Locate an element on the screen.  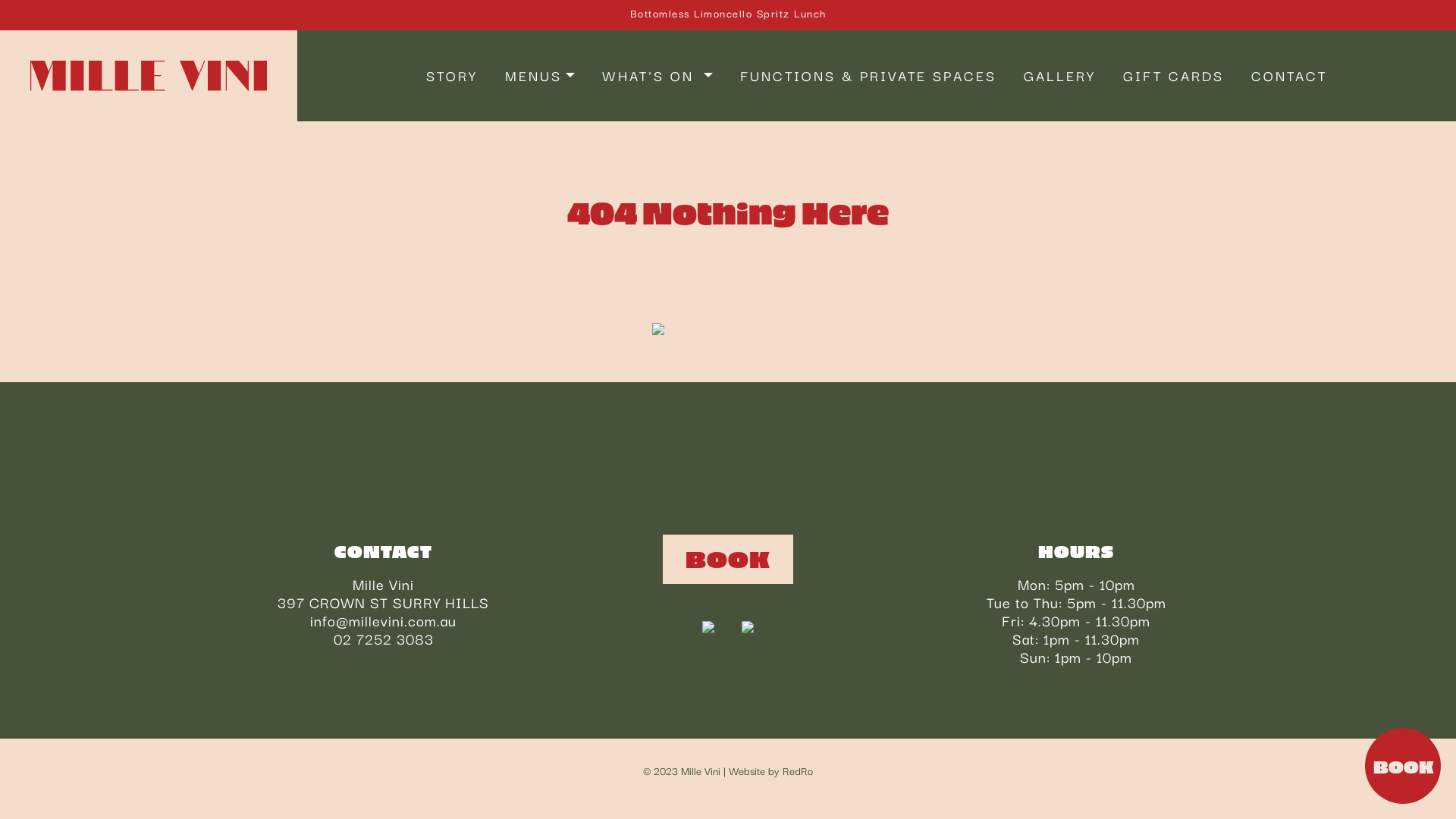
'MENUS' is located at coordinates (539, 76).